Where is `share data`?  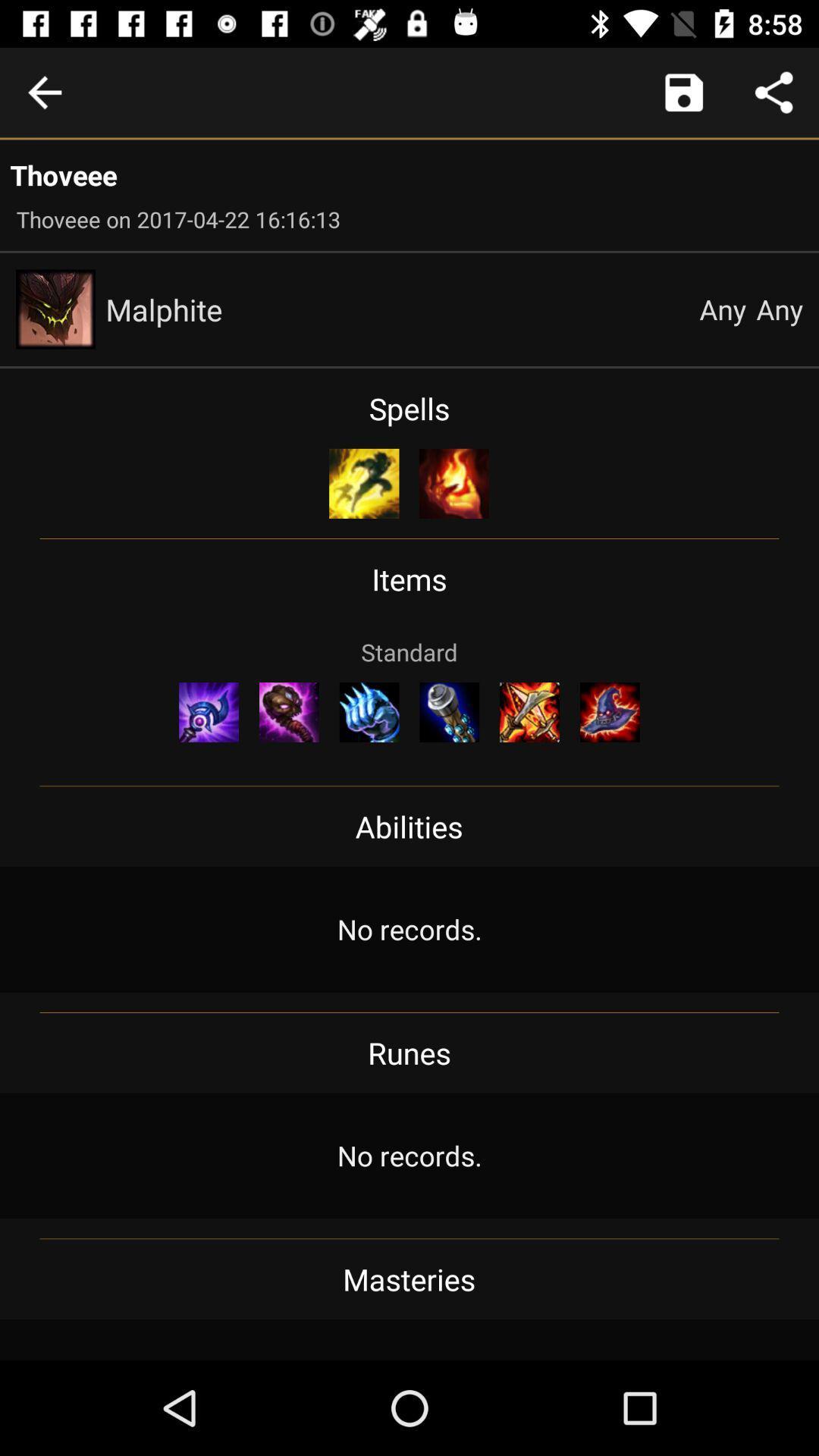 share data is located at coordinates (773, 92).